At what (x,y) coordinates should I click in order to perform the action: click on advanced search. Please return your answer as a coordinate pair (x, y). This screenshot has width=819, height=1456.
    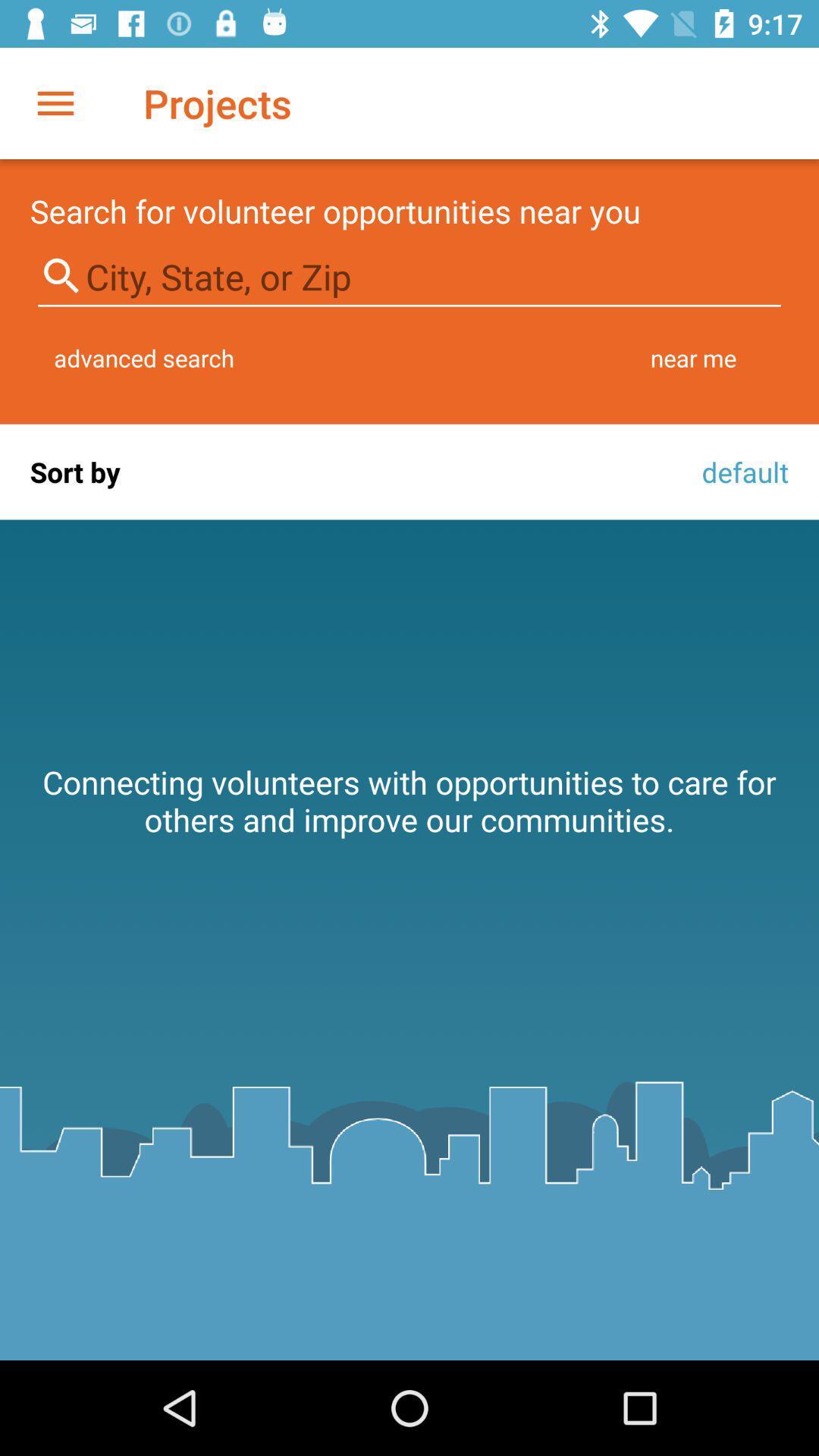
    Looking at the image, I should click on (144, 357).